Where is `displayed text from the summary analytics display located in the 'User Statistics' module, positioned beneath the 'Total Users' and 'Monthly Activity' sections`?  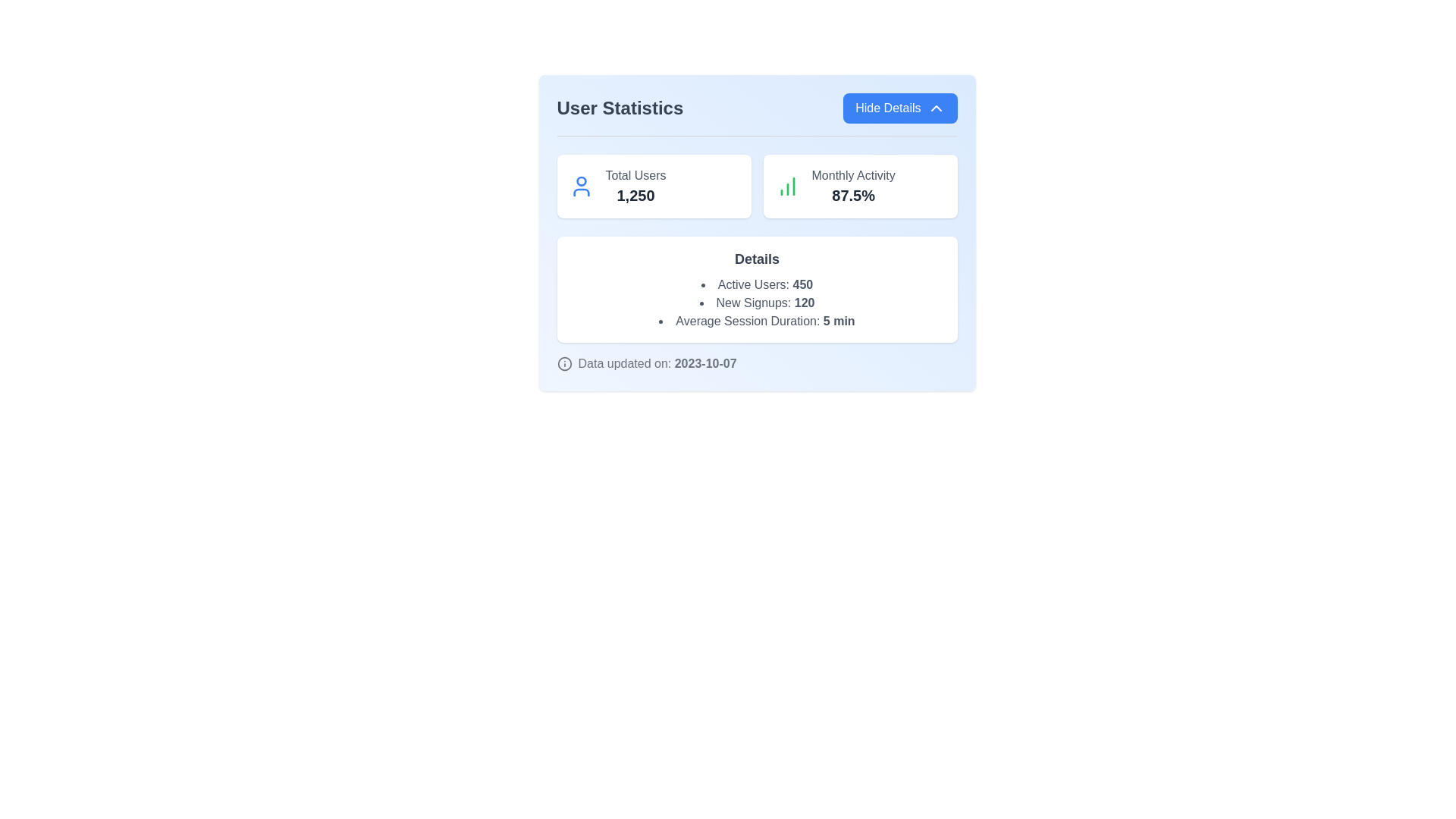 displayed text from the summary analytics display located in the 'User Statistics' module, positioned beneath the 'Total Users' and 'Monthly Activity' sections is located at coordinates (757, 289).